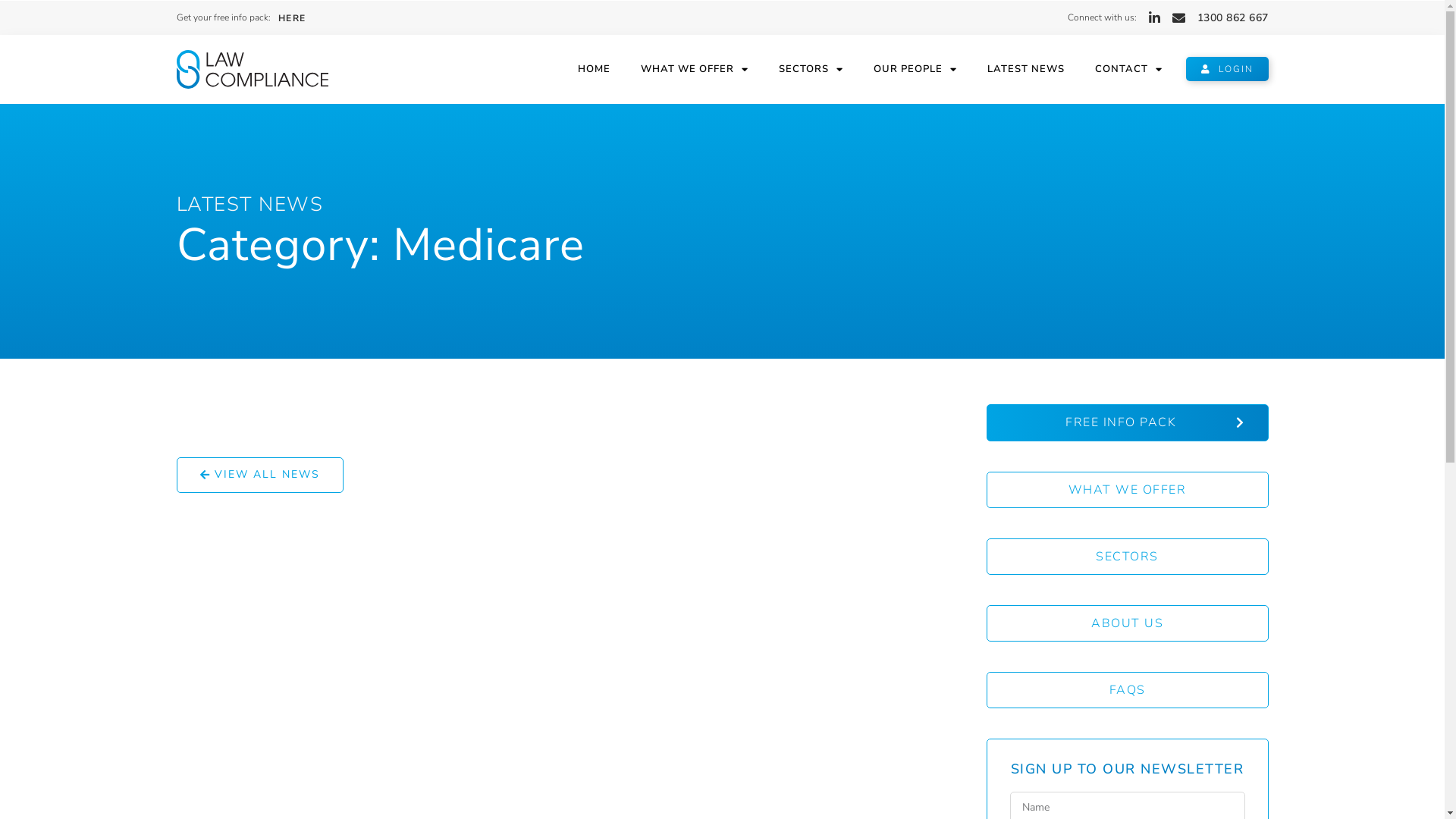  Describe the element at coordinates (1127, 623) in the screenshot. I see `'ABOUT US'` at that location.